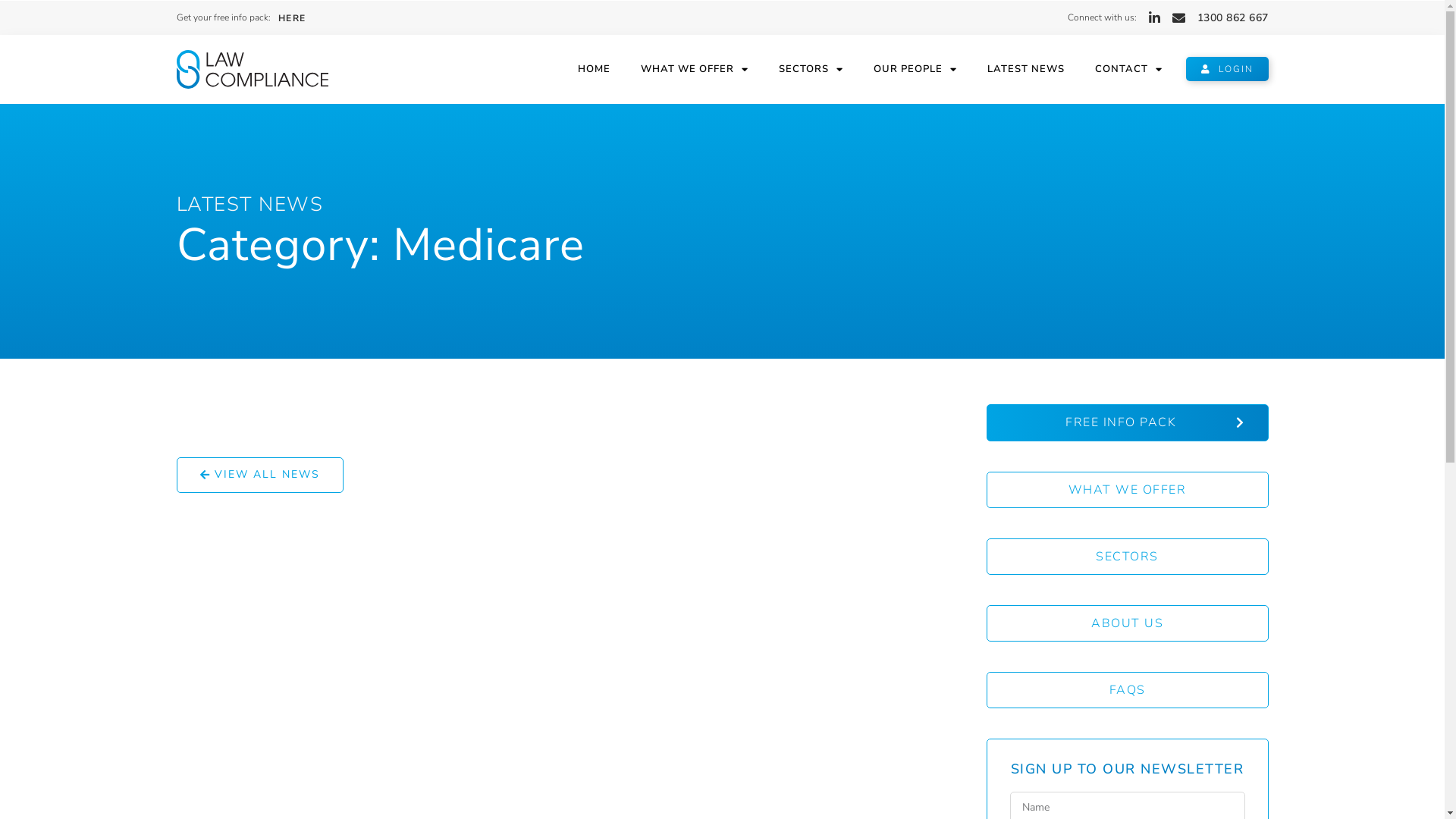  Describe the element at coordinates (1127, 623) in the screenshot. I see `'ABOUT US'` at that location.